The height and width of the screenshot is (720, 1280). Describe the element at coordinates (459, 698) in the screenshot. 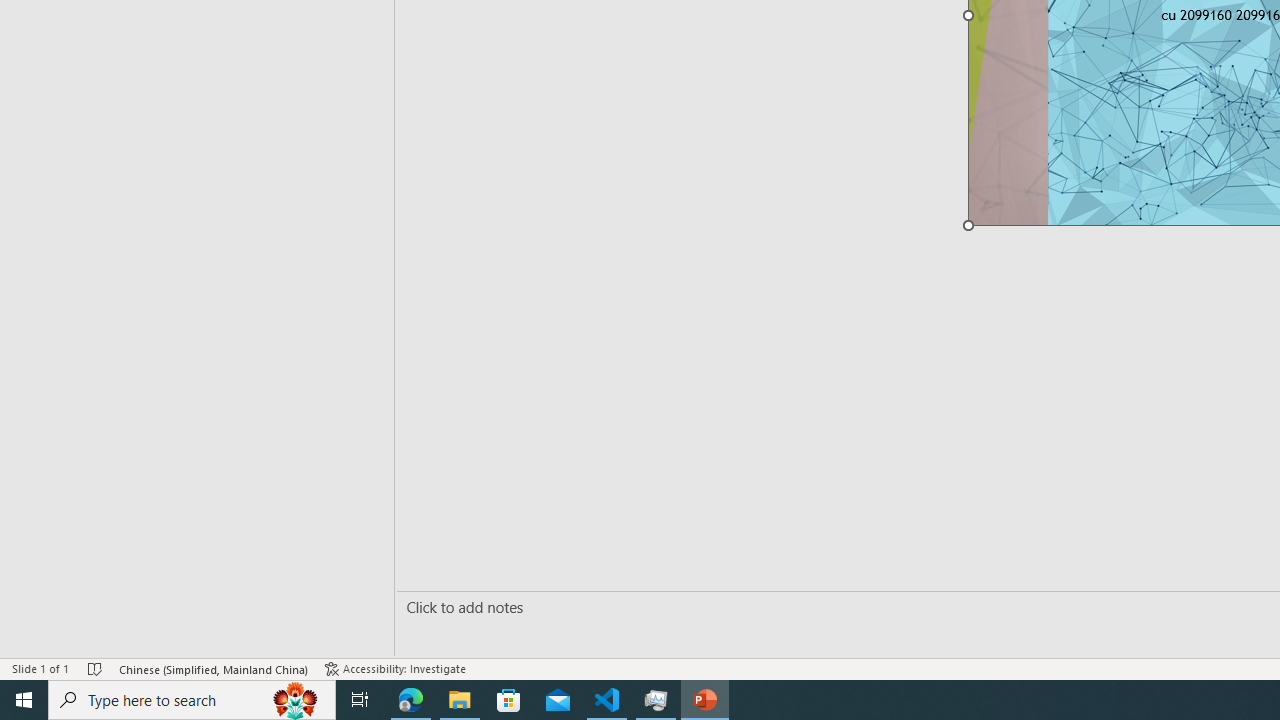

I see `'File Explorer - 1 running window'` at that location.